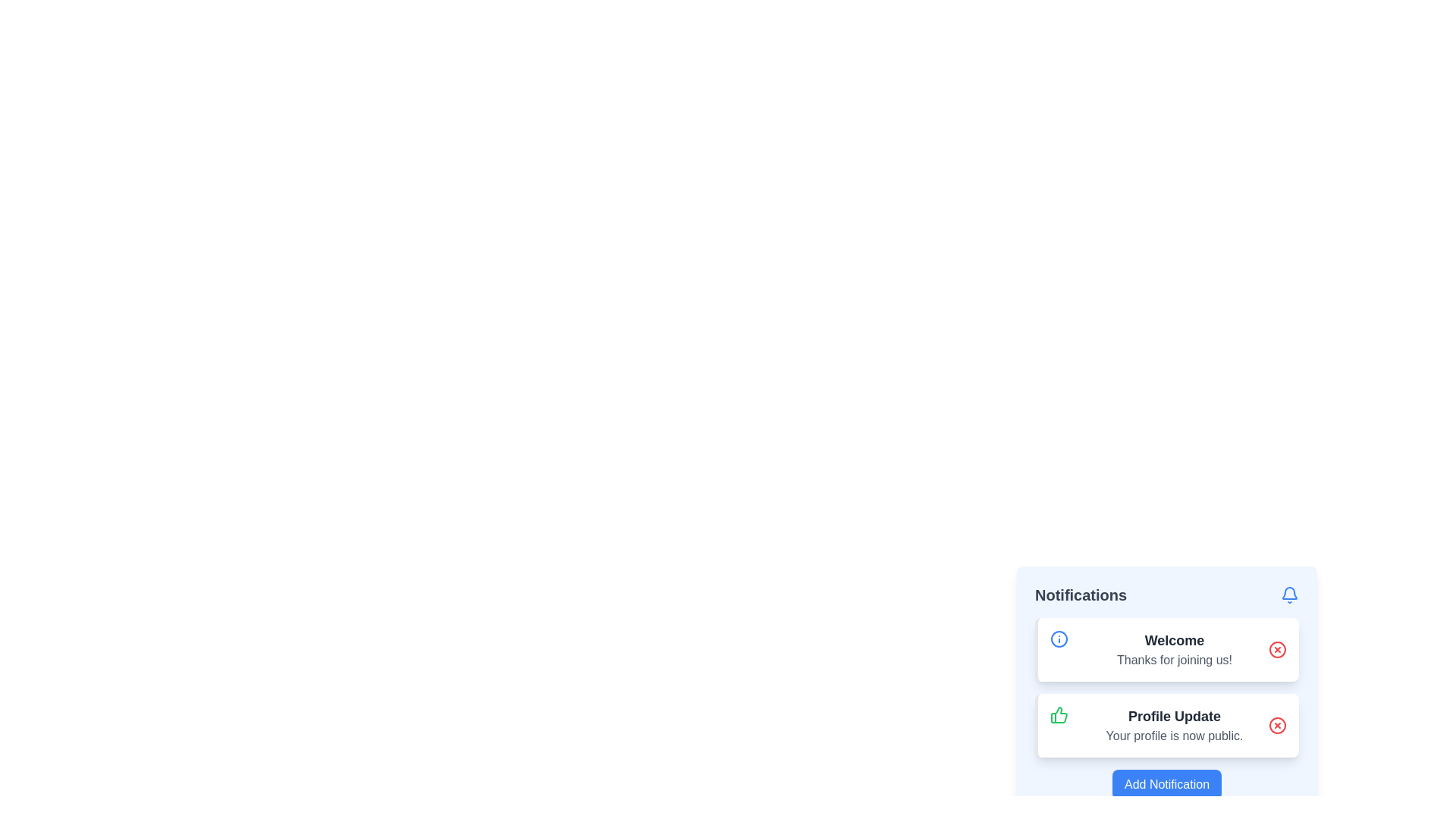 The image size is (1456, 819). Describe the element at coordinates (1174, 640) in the screenshot. I see `text label located at the top of the first notification card that provides a welcoming message to the user` at that location.